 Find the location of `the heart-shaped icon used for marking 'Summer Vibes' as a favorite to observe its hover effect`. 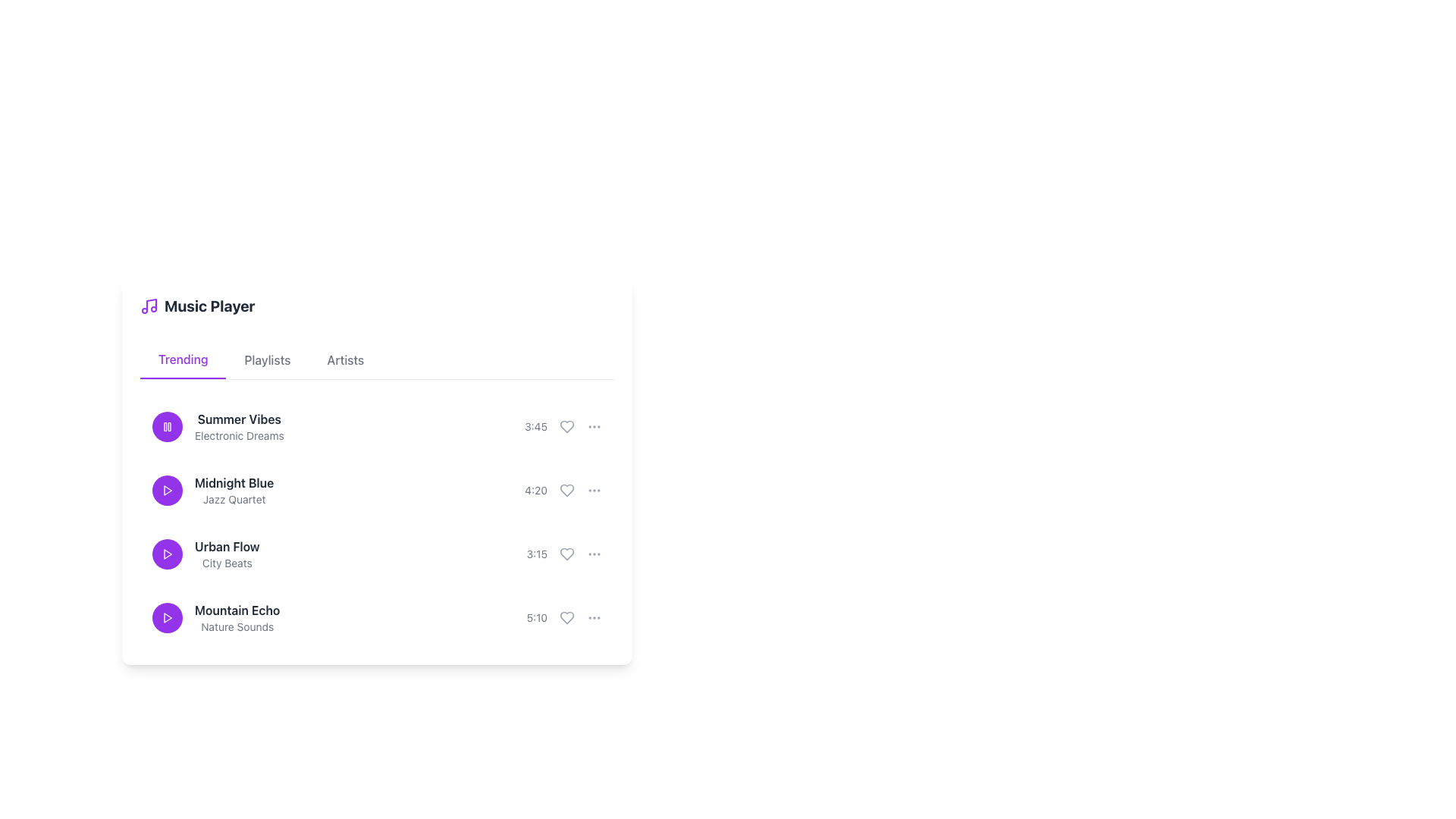

the heart-shaped icon used for marking 'Summer Vibes' as a favorite to observe its hover effect is located at coordinates (563, 427).